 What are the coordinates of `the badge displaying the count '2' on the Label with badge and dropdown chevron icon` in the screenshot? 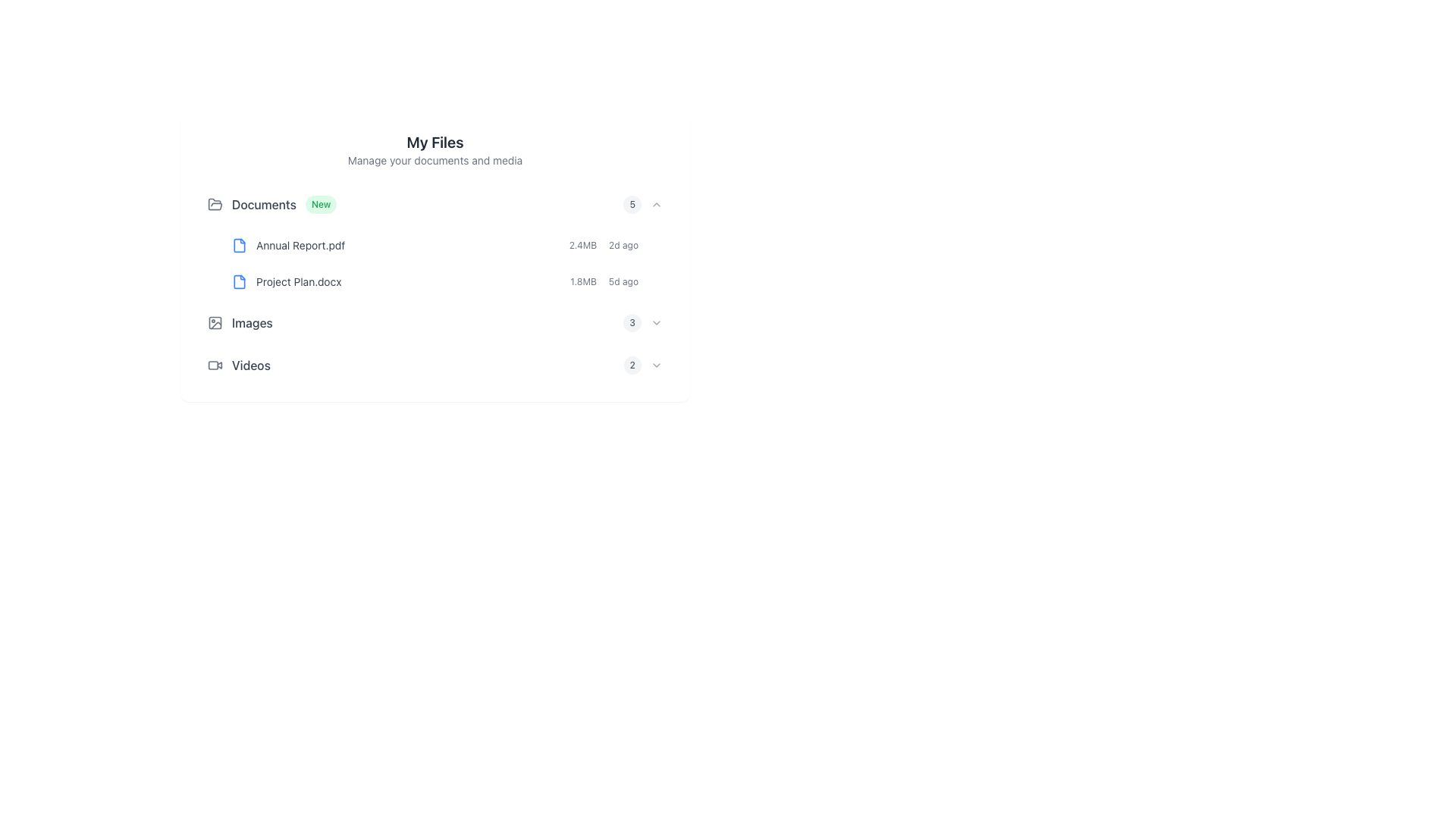 It's located at (643, 366).